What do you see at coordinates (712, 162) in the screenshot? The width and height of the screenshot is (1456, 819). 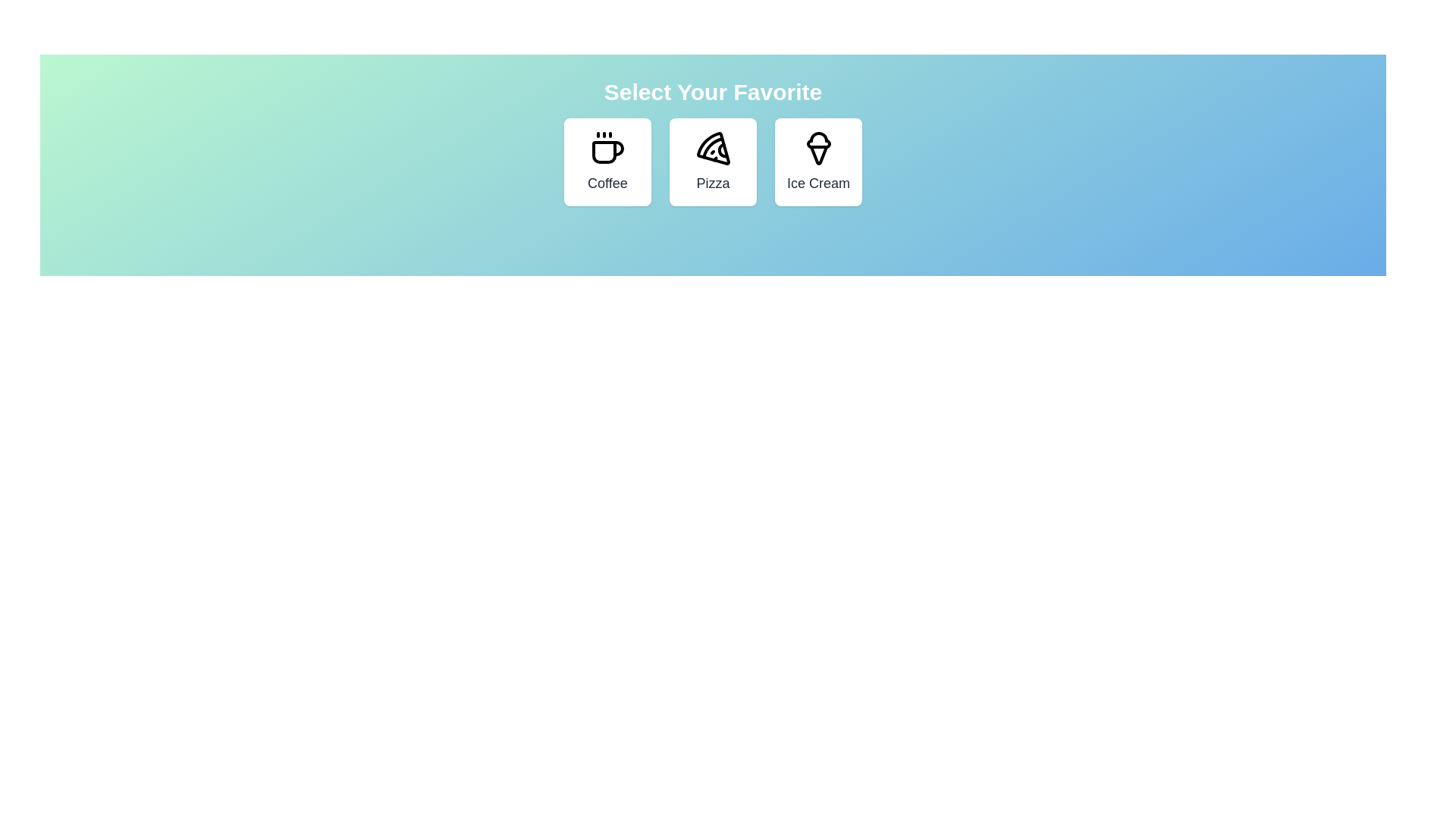 I see `the second card in the grid labeled 'Pizza'` at bounding box center [712, 162].